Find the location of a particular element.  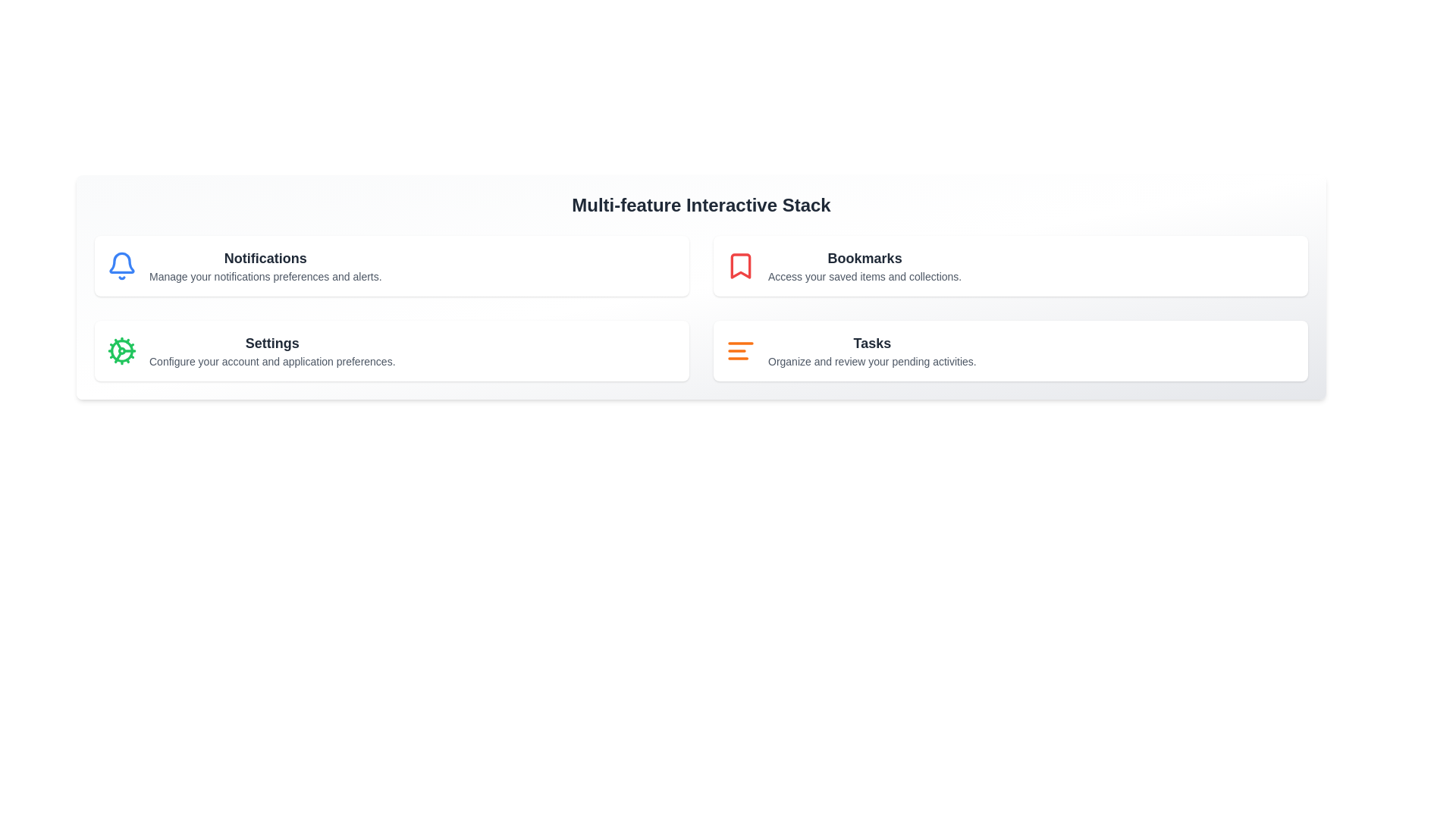

the red bookmark icon located in the top-right area of the interface, to the left of the 'Bookmarks' title and description text is located at coordinates (741, 265).